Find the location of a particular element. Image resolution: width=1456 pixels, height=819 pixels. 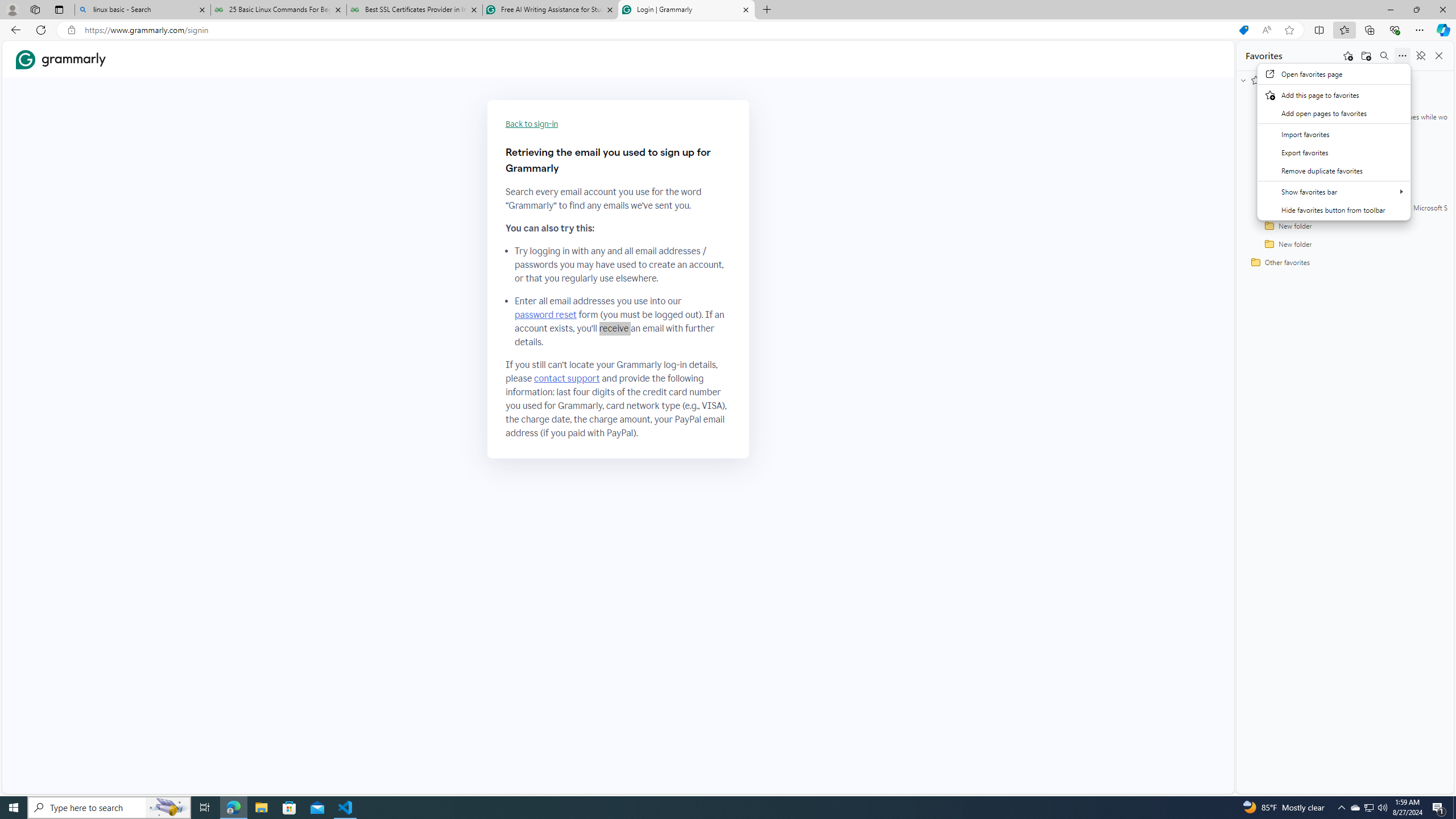

'contact support' is located at coordinates (566, 379).